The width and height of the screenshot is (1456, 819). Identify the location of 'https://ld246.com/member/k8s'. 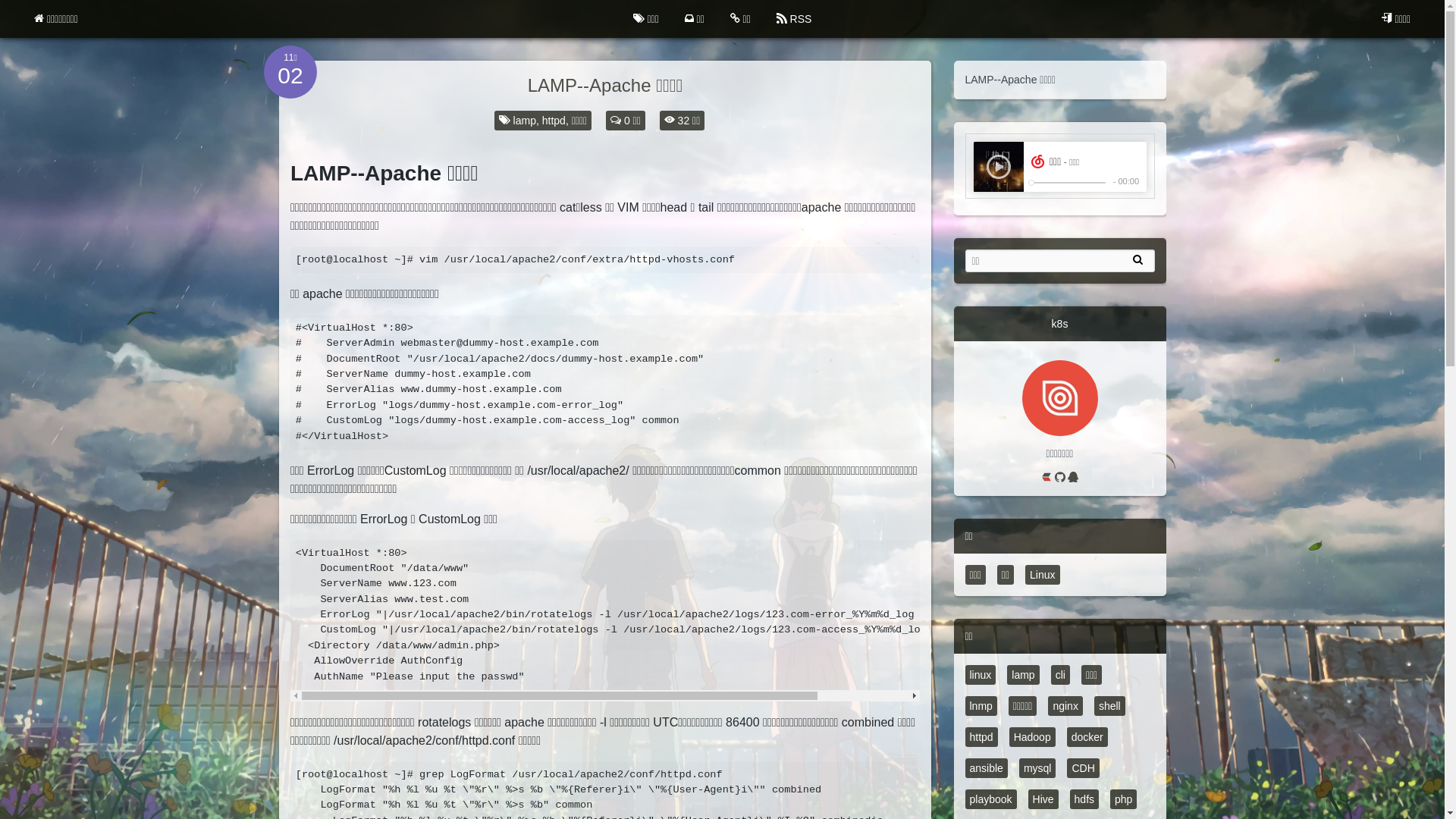
(1047, 479).